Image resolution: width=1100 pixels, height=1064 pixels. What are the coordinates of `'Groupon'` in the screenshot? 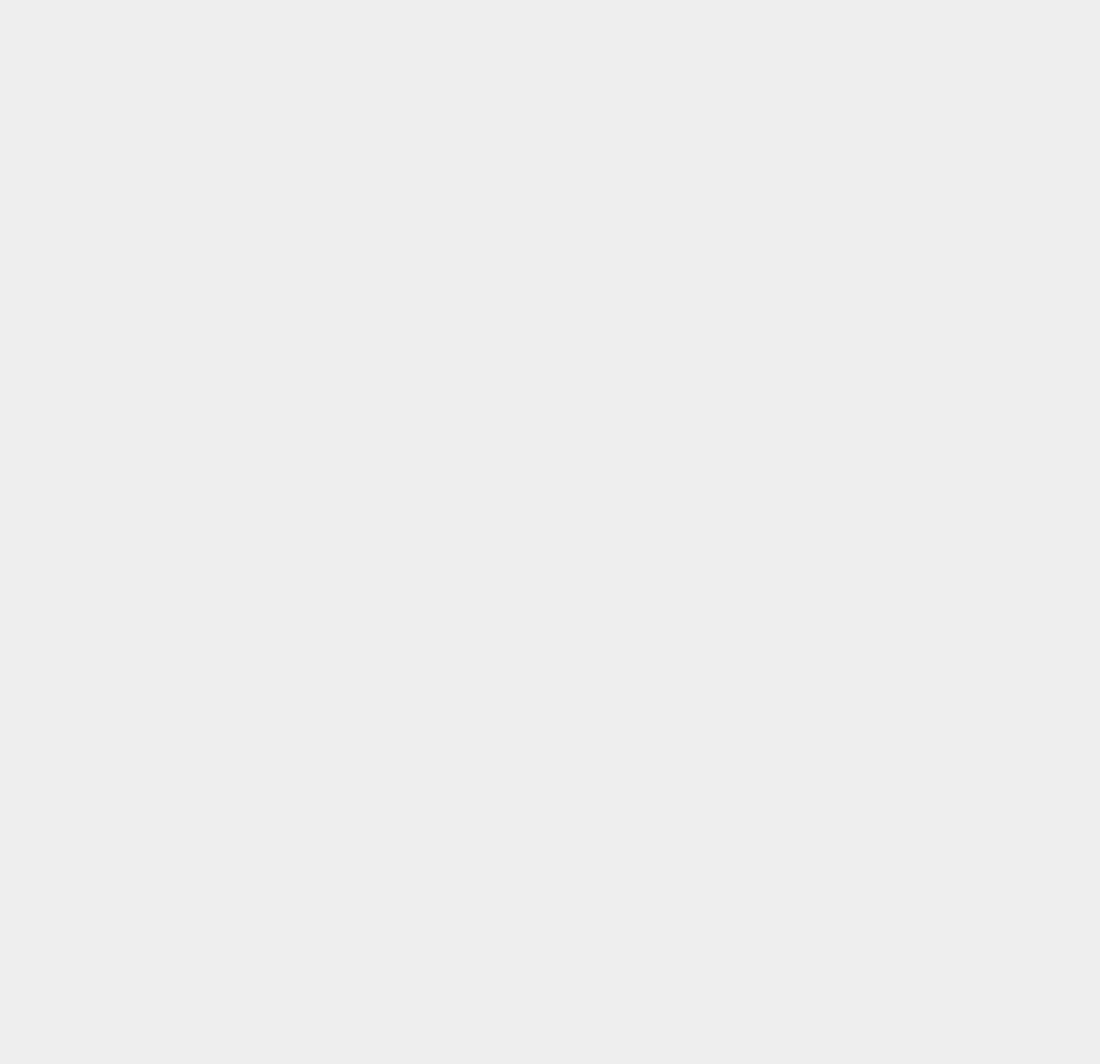 It's located at (805, 896).